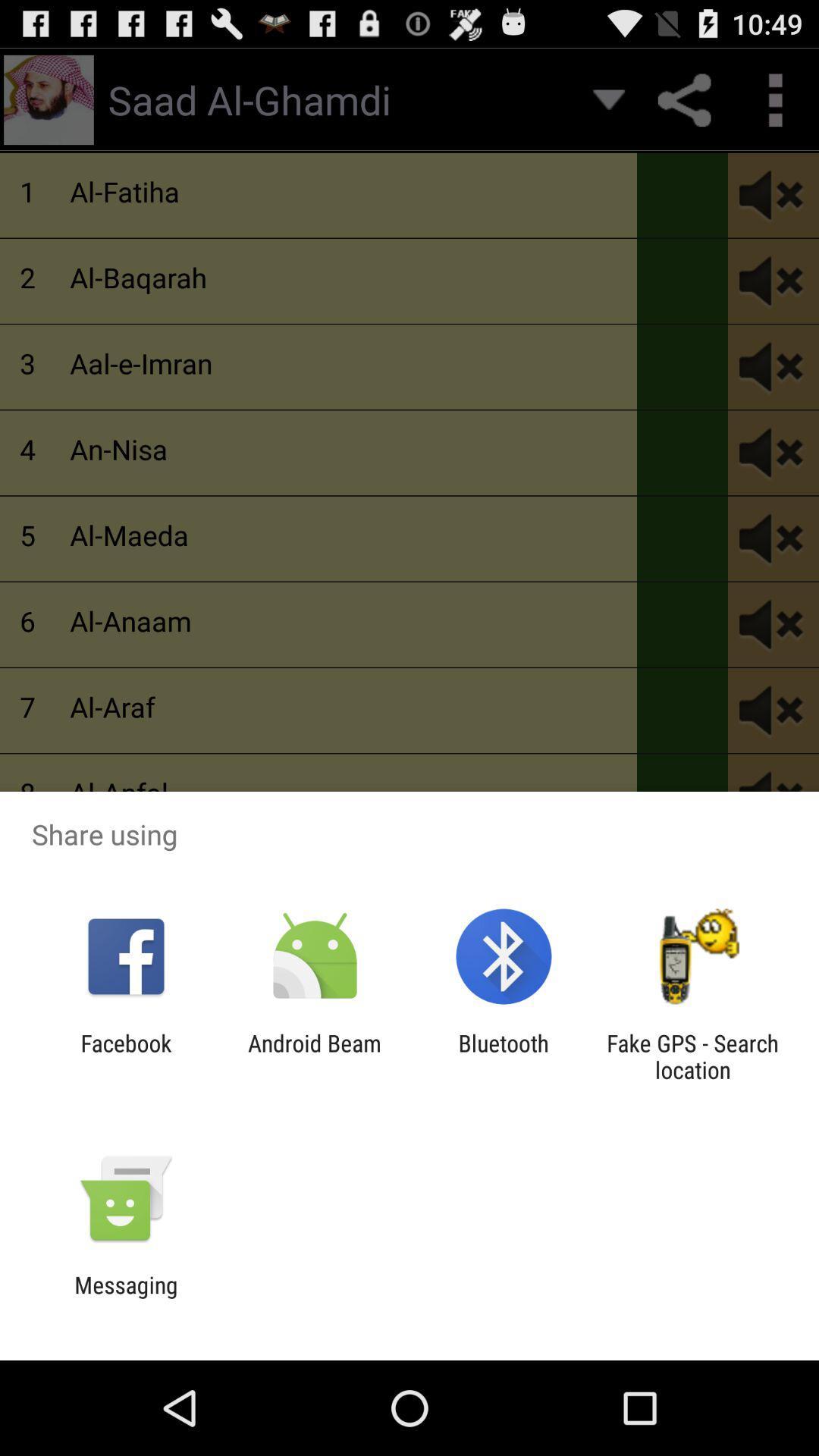 The width and height of the screenshot is (819, 1456). What do you see at coordinates (125, 1056) in the screenshot?
I see `icon to the left of android beam app` at bounding box center [125, 1056].